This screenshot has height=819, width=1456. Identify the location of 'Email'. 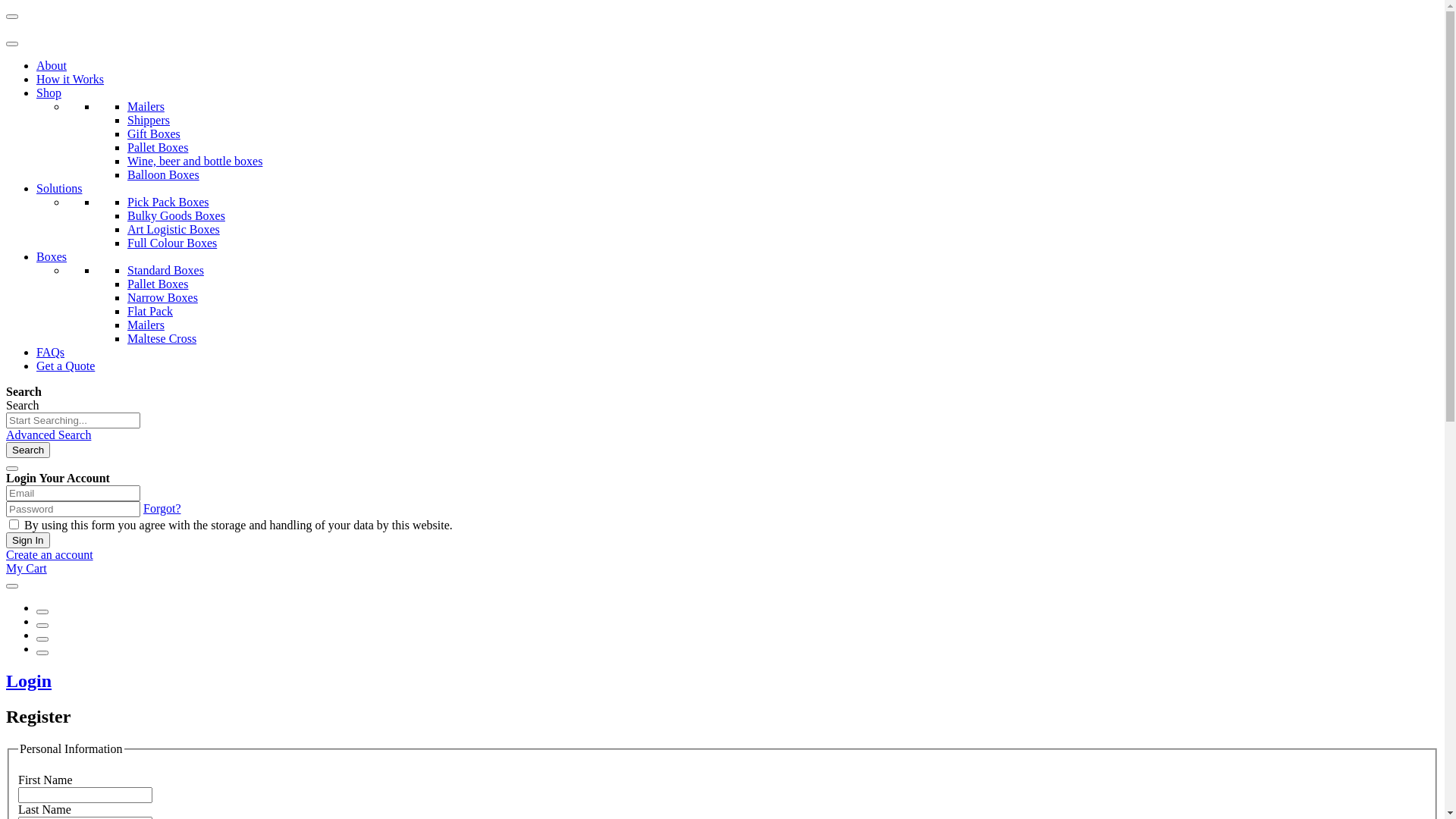
(72, 493).